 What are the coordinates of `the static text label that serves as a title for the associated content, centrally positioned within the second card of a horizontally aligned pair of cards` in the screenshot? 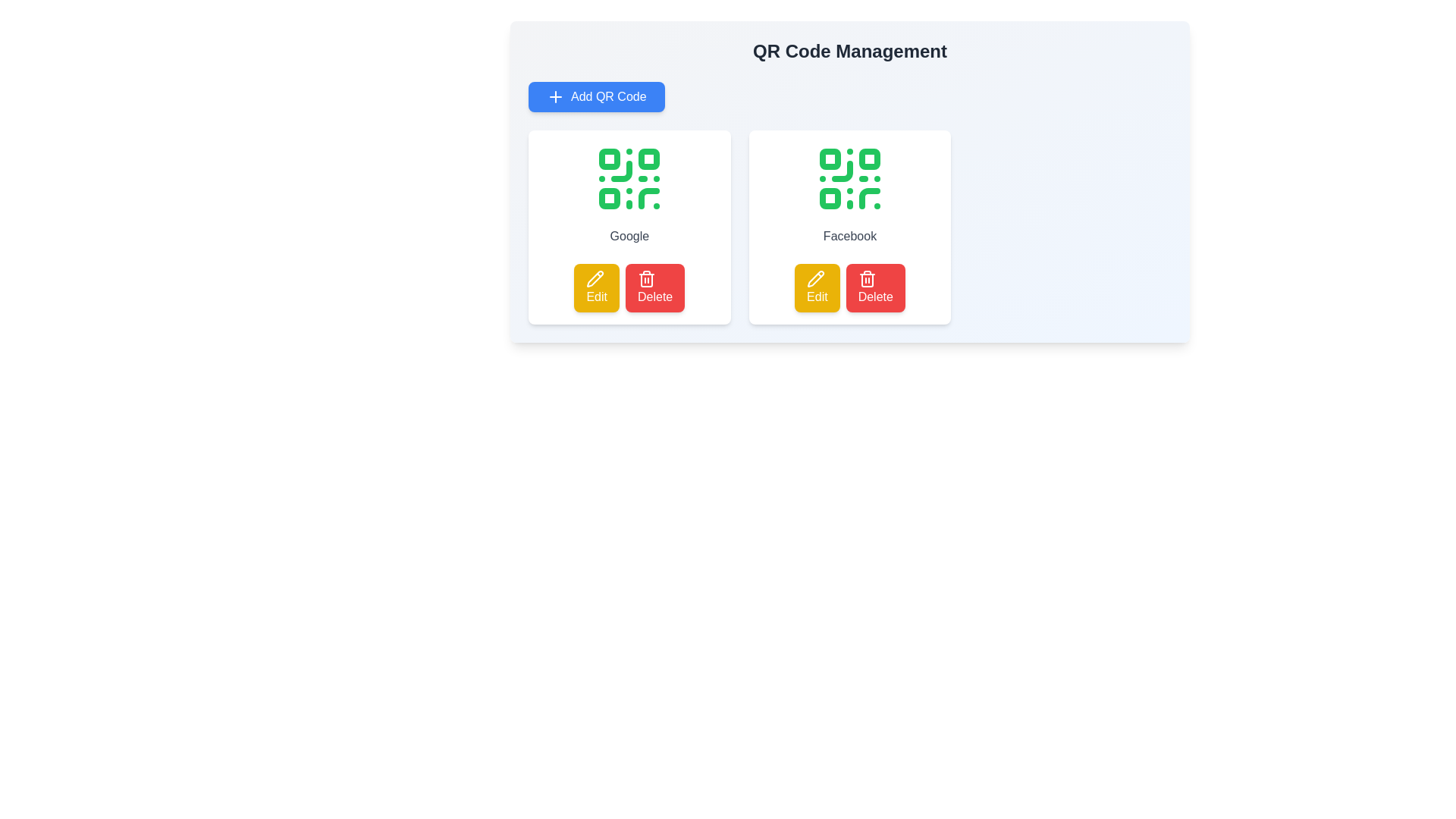 It's located at (849, 237).